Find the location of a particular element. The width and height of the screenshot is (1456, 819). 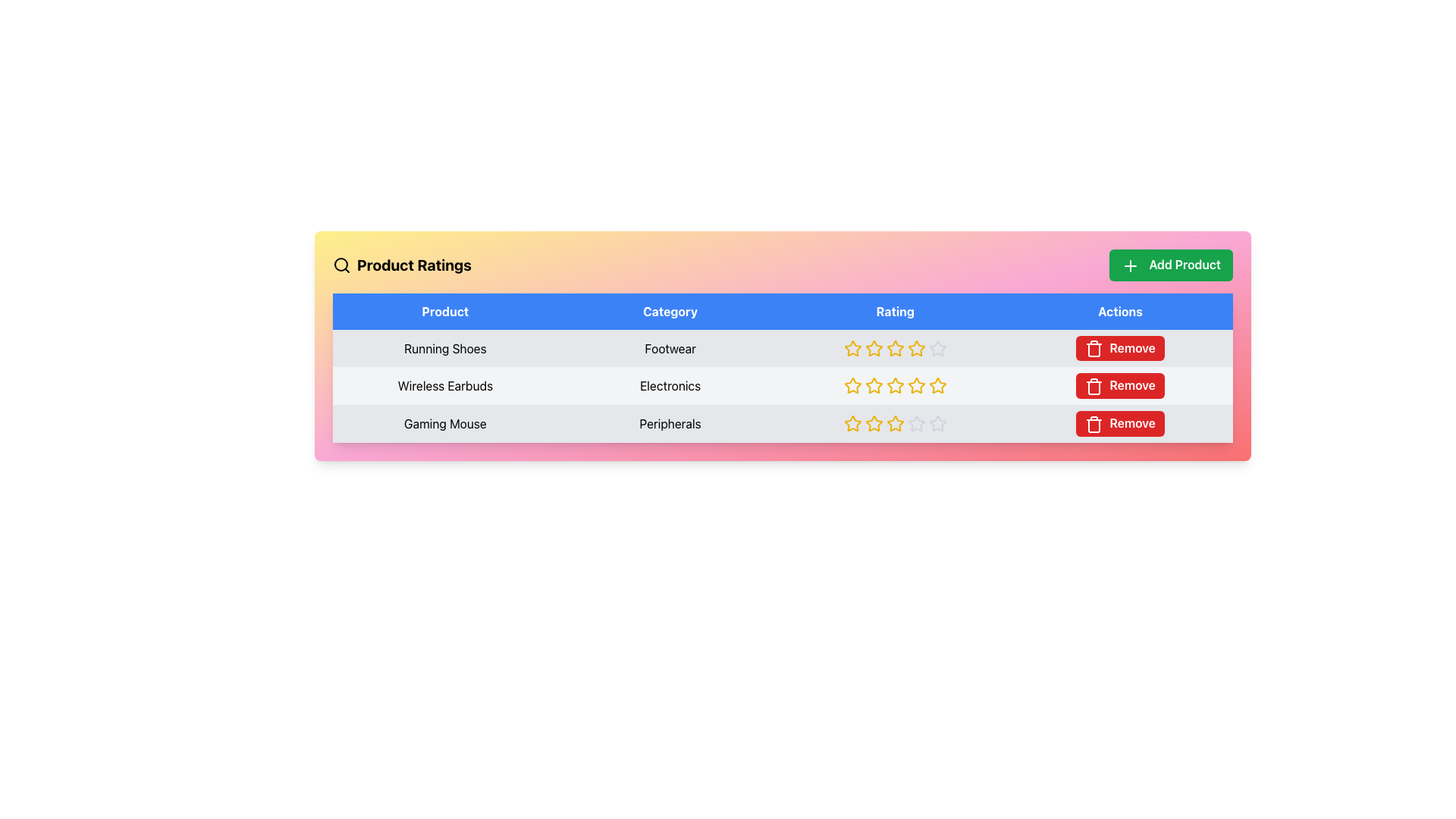

the 'Remove' button for the 'Gaming Mouse' located in the 'Actions' column of the table to trigger the hover effect is located at coordinates (1120, 424).